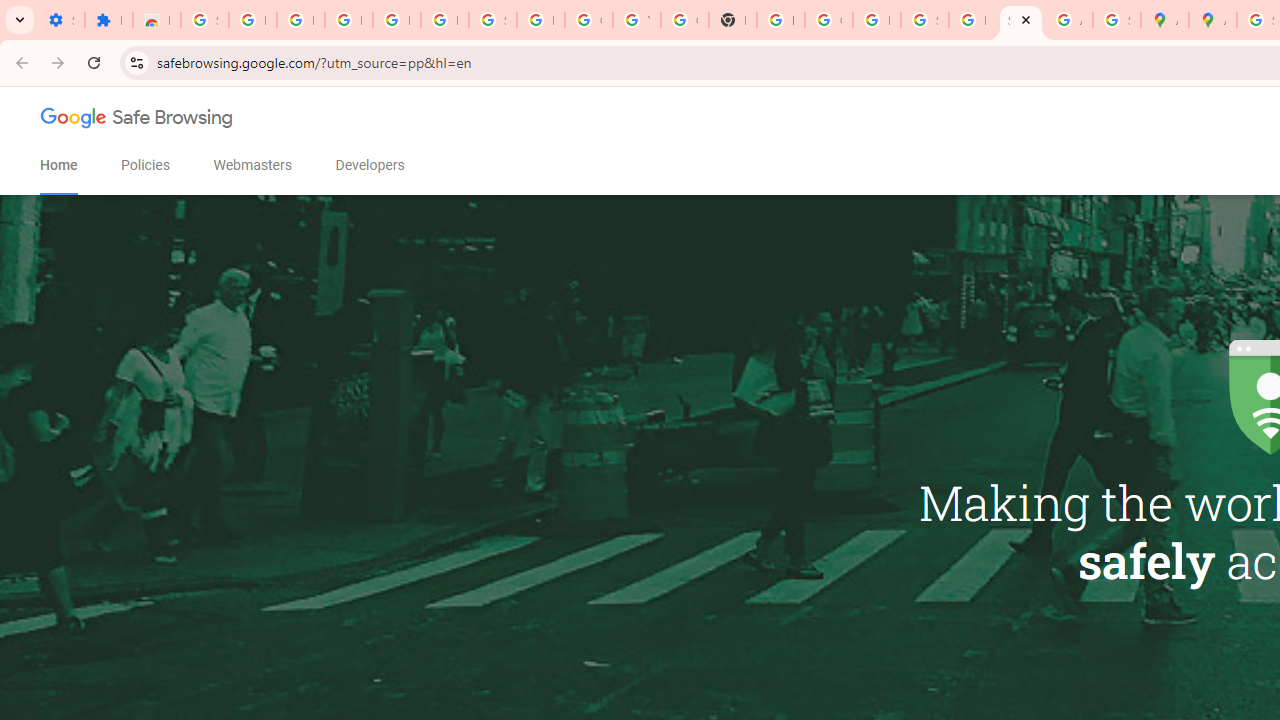 The width and height of the screenshot is (1280, 720). What do you see at coordinates (251, 164) in the screenshot?
I see `'Webmasters'` at bounding box center [251, 164].